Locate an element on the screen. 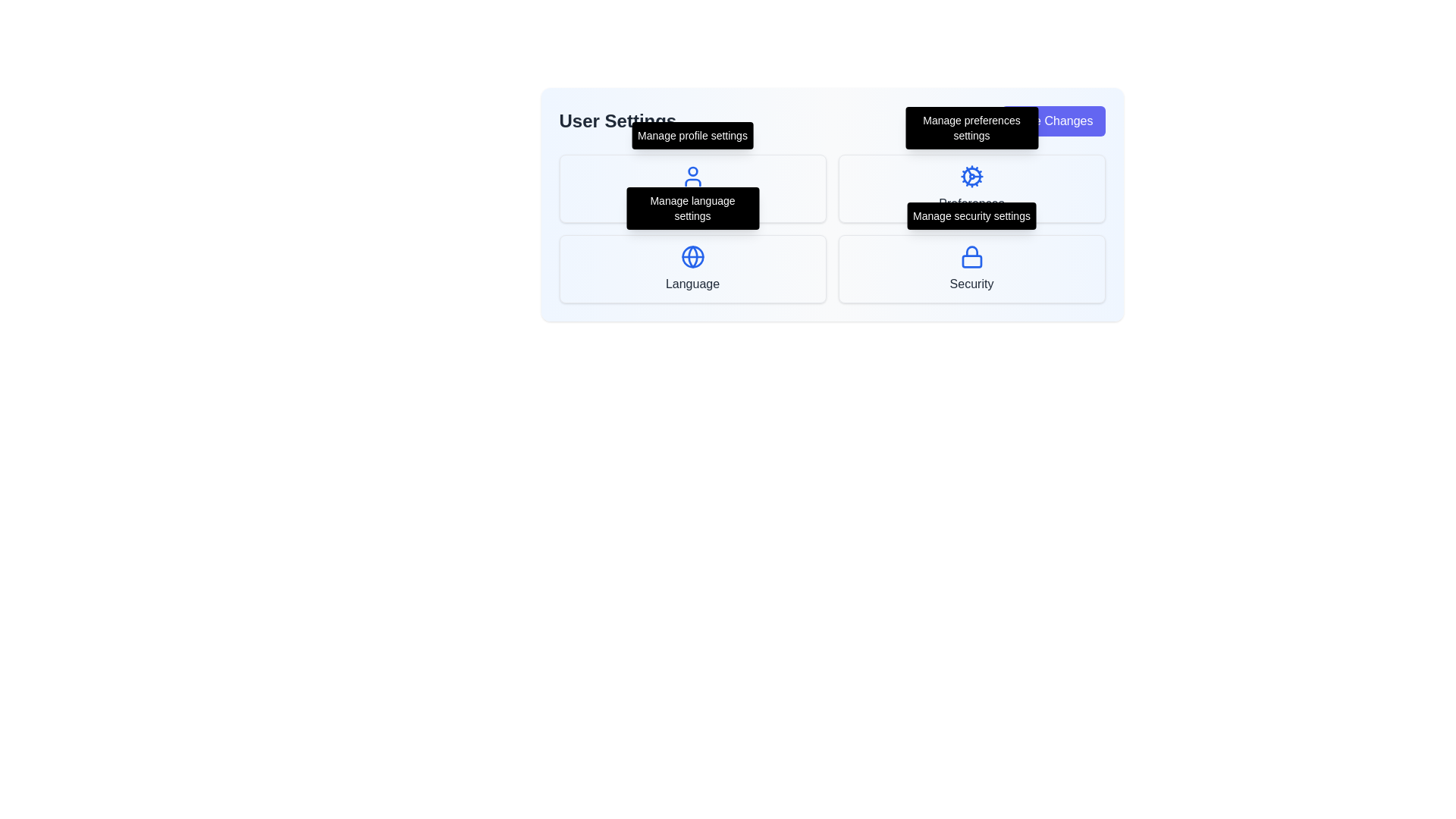 The height and width of the screenshot is (819, 1456). the Text Label that describes the security settings option, located in the bottom-right corner of the grid layout, which visually aids users in identifying the associated functionality is located at coordinates (971, 284).